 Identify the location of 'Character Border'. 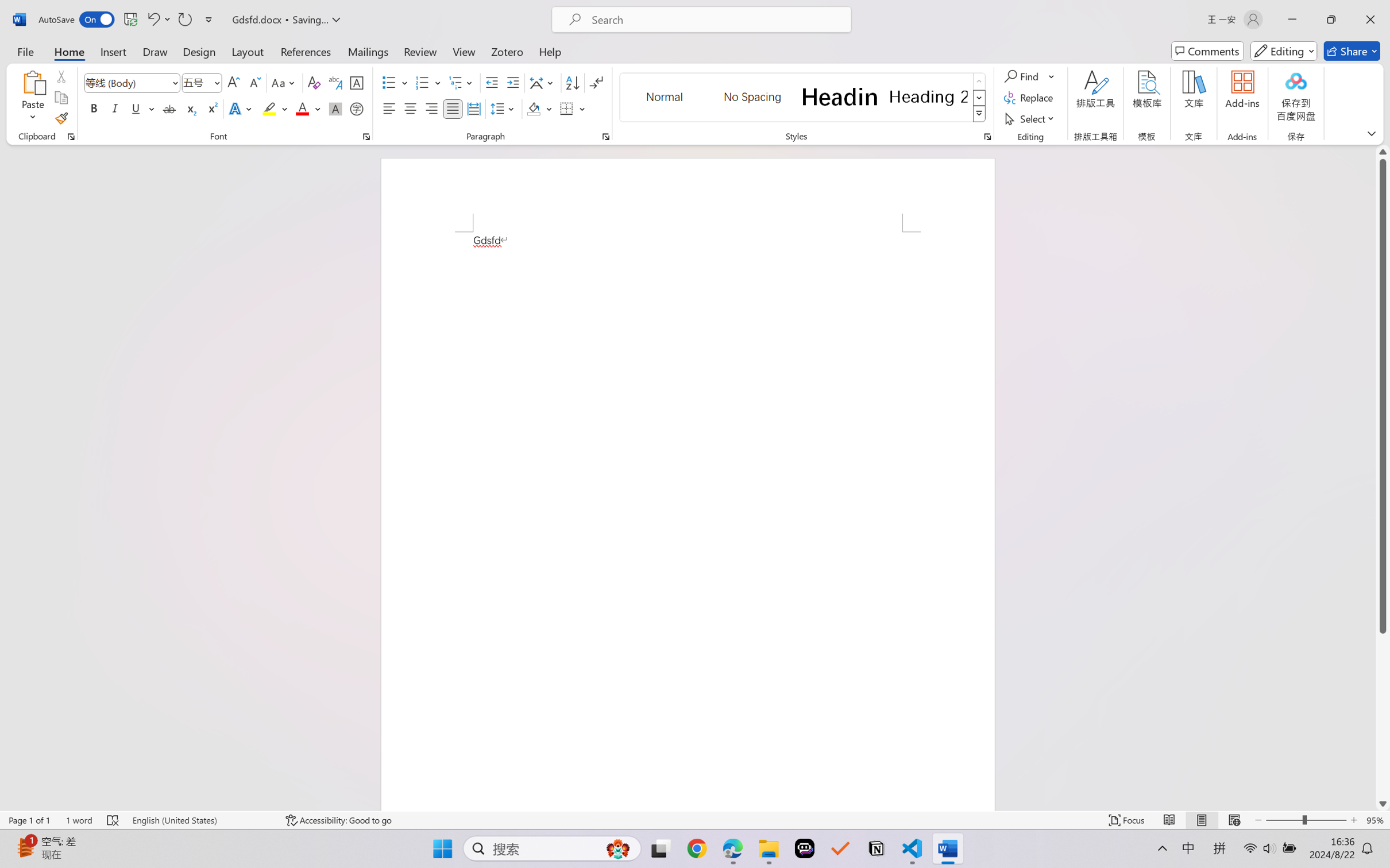
(357, 83).